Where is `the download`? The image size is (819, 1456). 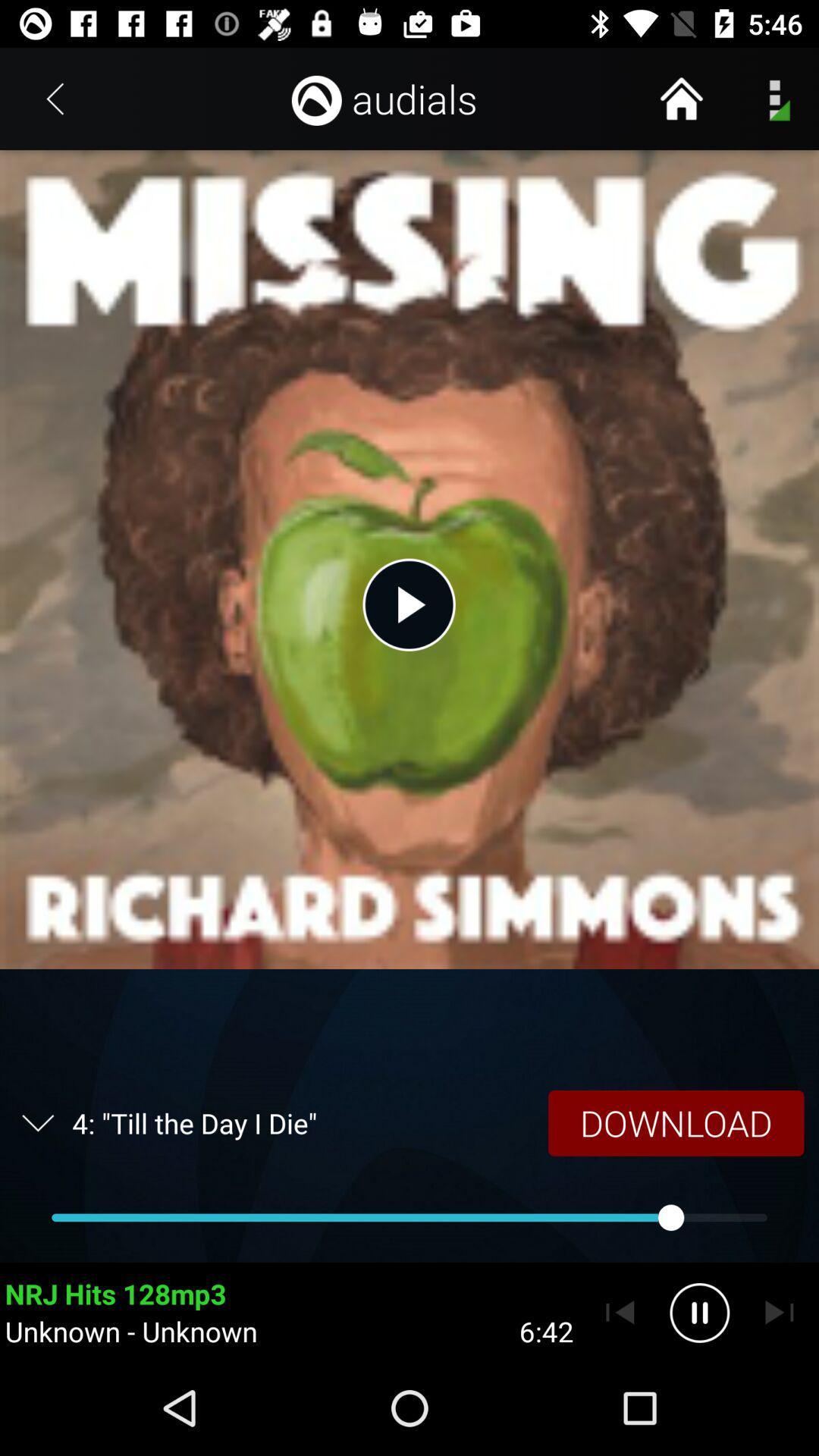
the download is located at coordinates (675, 1123).